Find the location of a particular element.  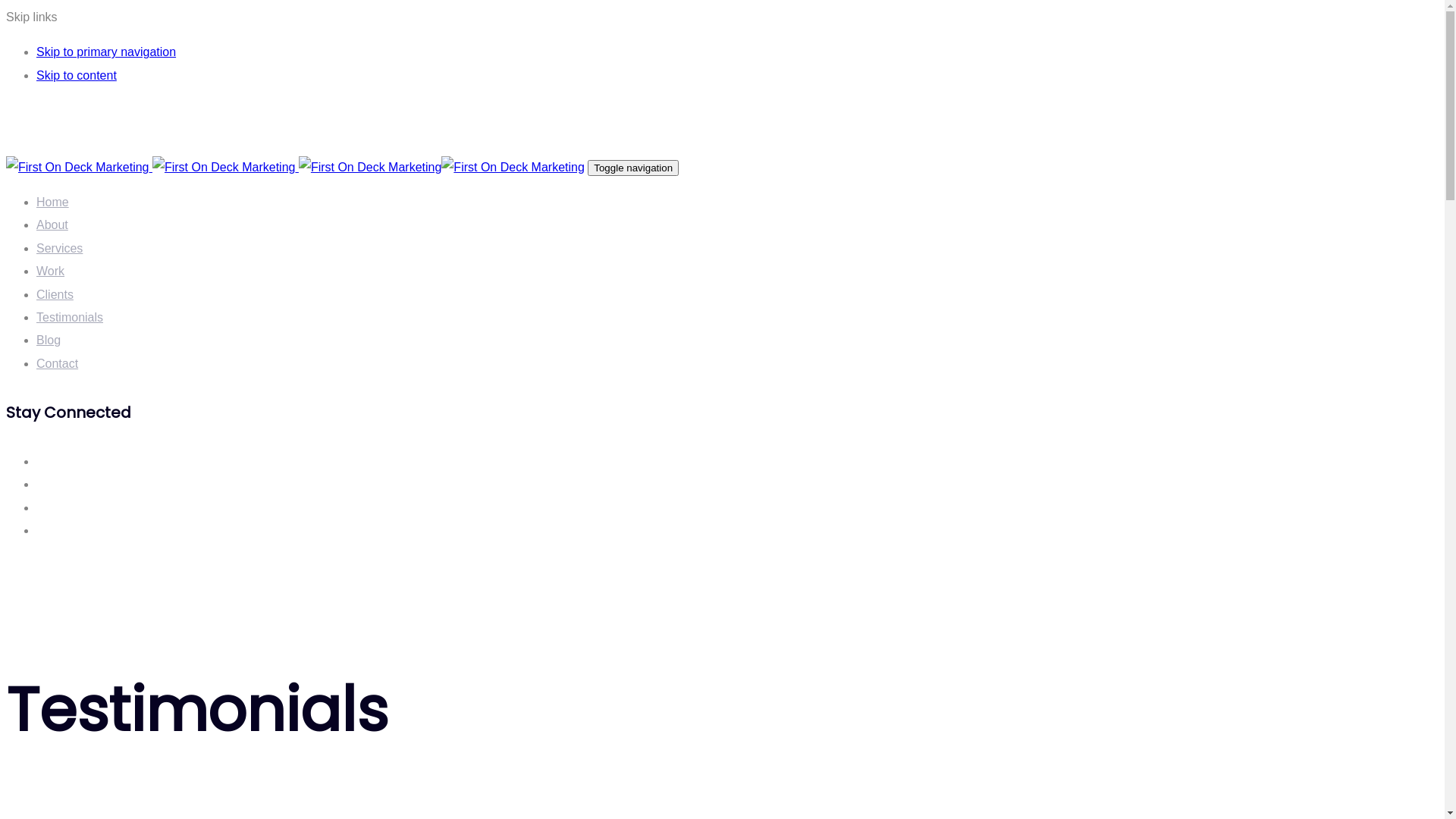

'Home' is located at coordinates (52, 201).